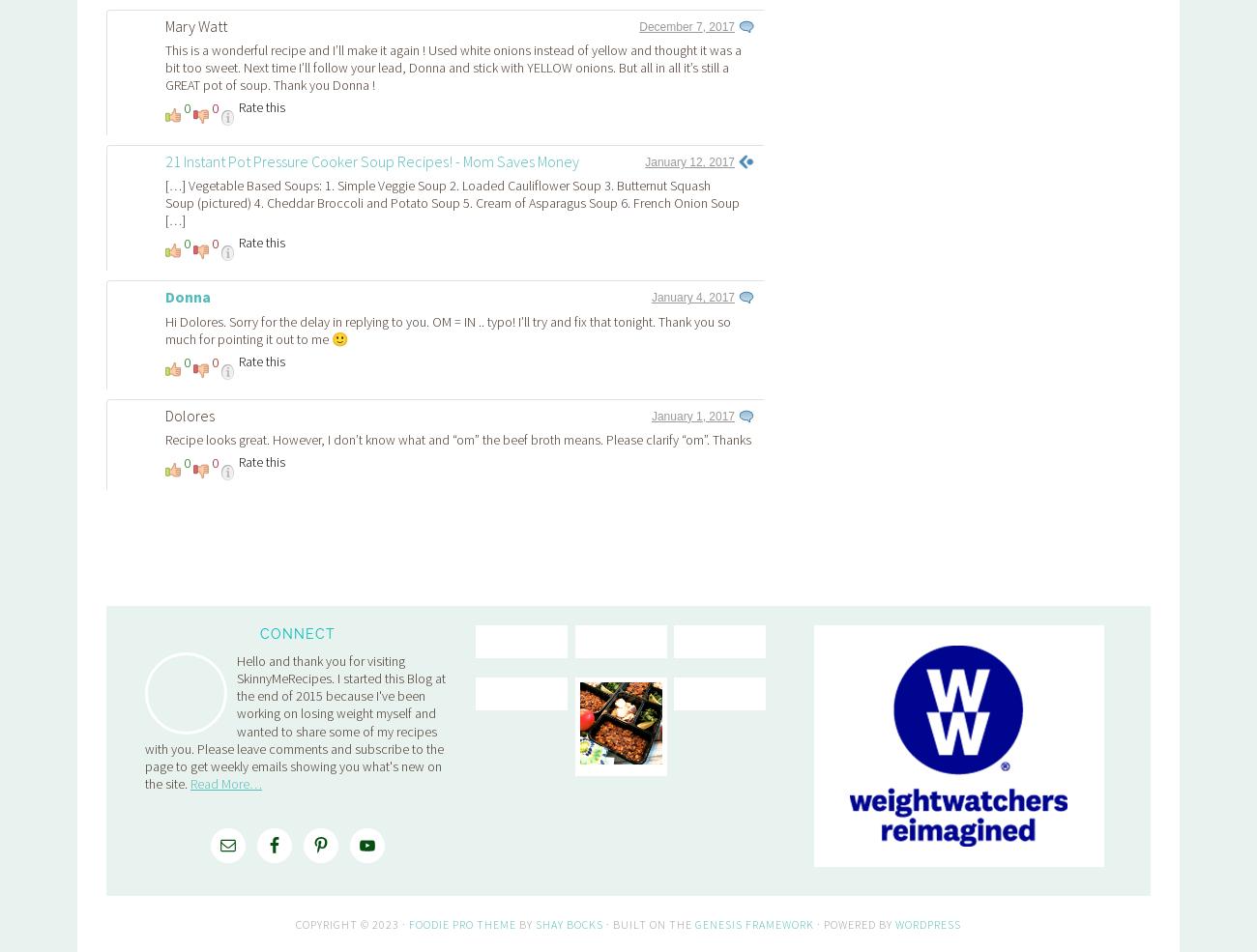  What do you see at coordinates (854, 652) in the screenshot?
I see `'·  Powered by'` at bounding box center [854, 652].